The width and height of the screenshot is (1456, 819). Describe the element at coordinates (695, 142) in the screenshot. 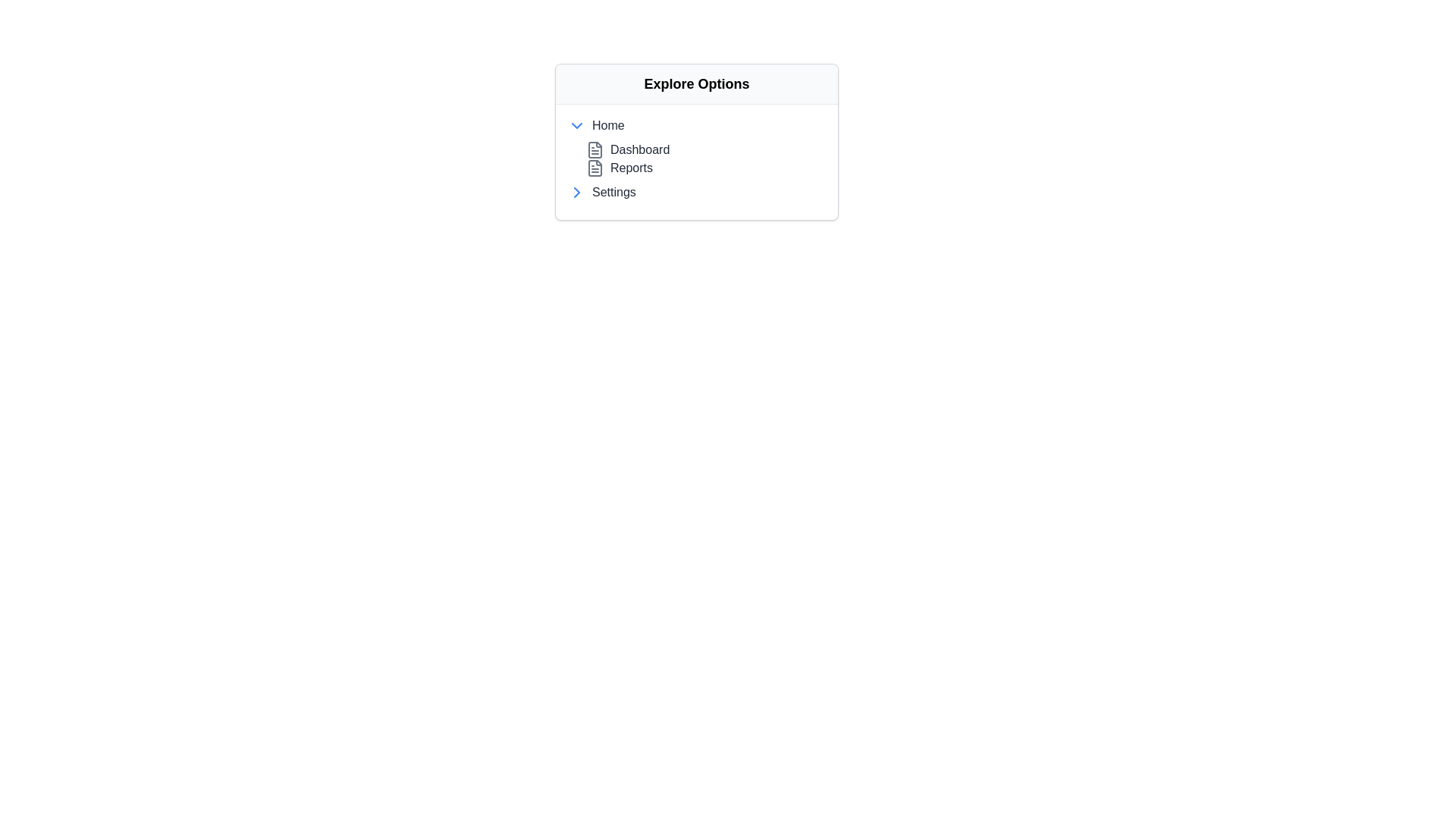

I see `the 'Explore Options' panel` at that location.